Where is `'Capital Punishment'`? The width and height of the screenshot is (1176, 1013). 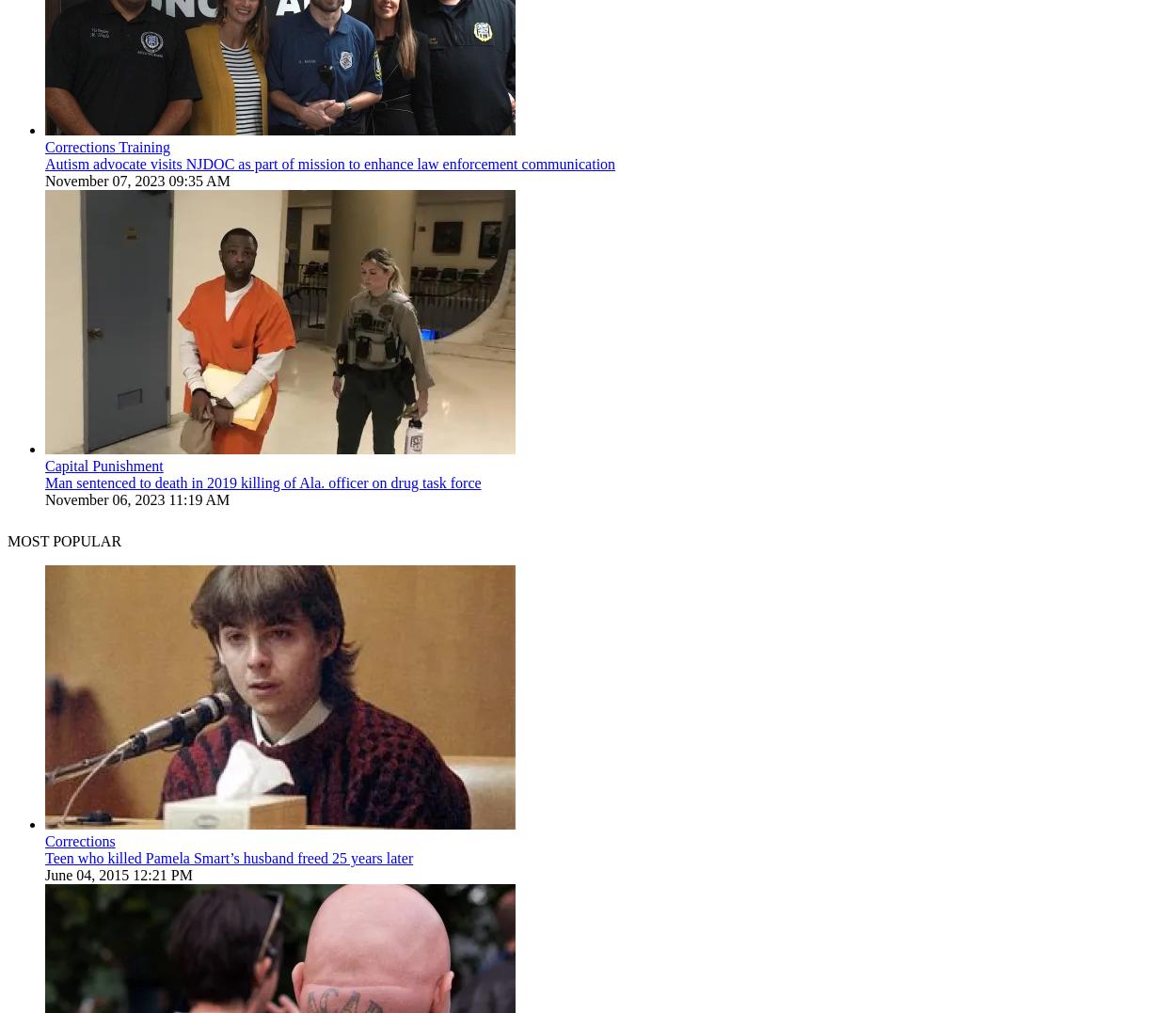
'Capital Punishment' is located at coordinates (44, 466).